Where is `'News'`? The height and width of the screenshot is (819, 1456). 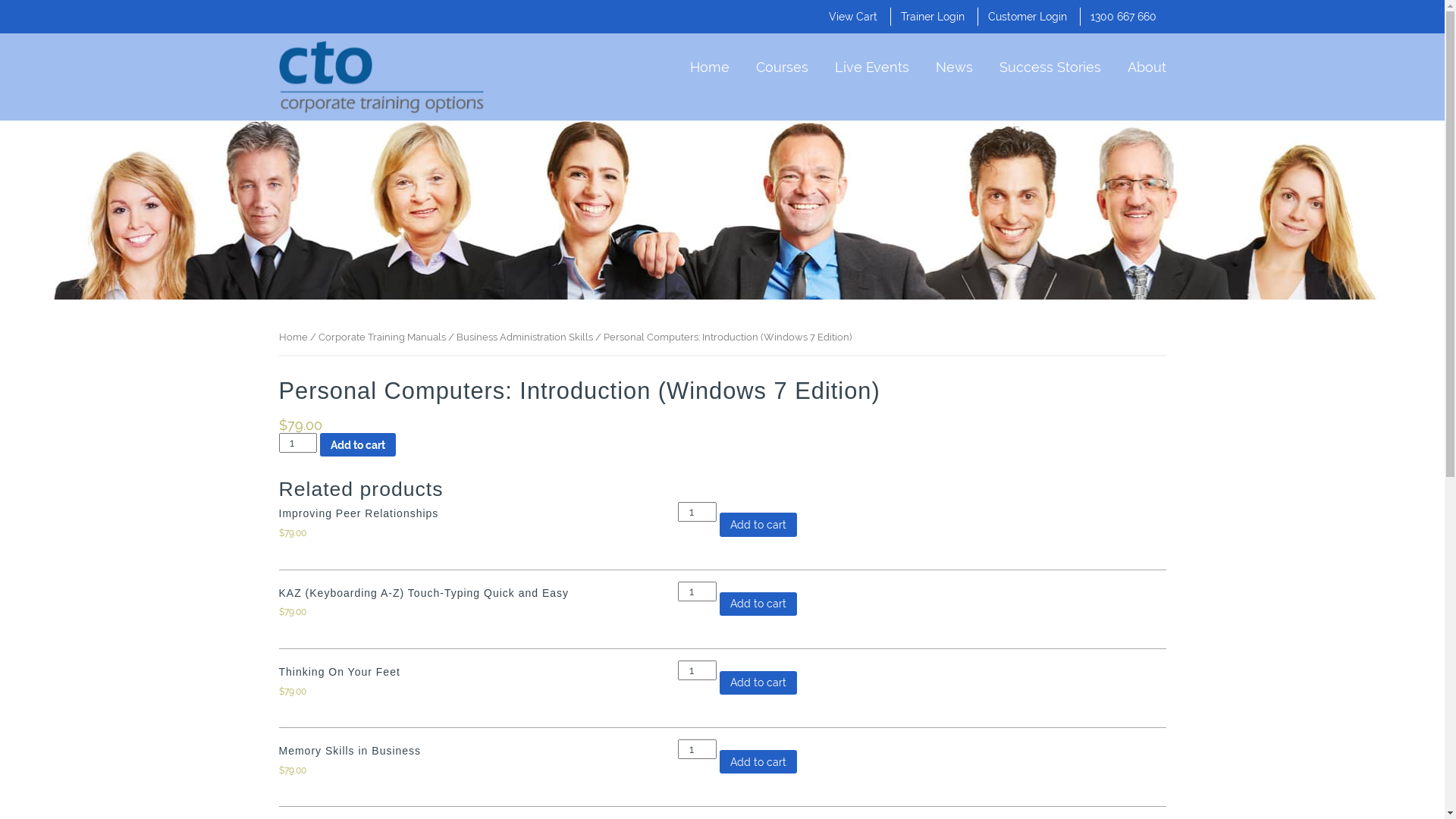
'News' is located at coordinates (953, 64).